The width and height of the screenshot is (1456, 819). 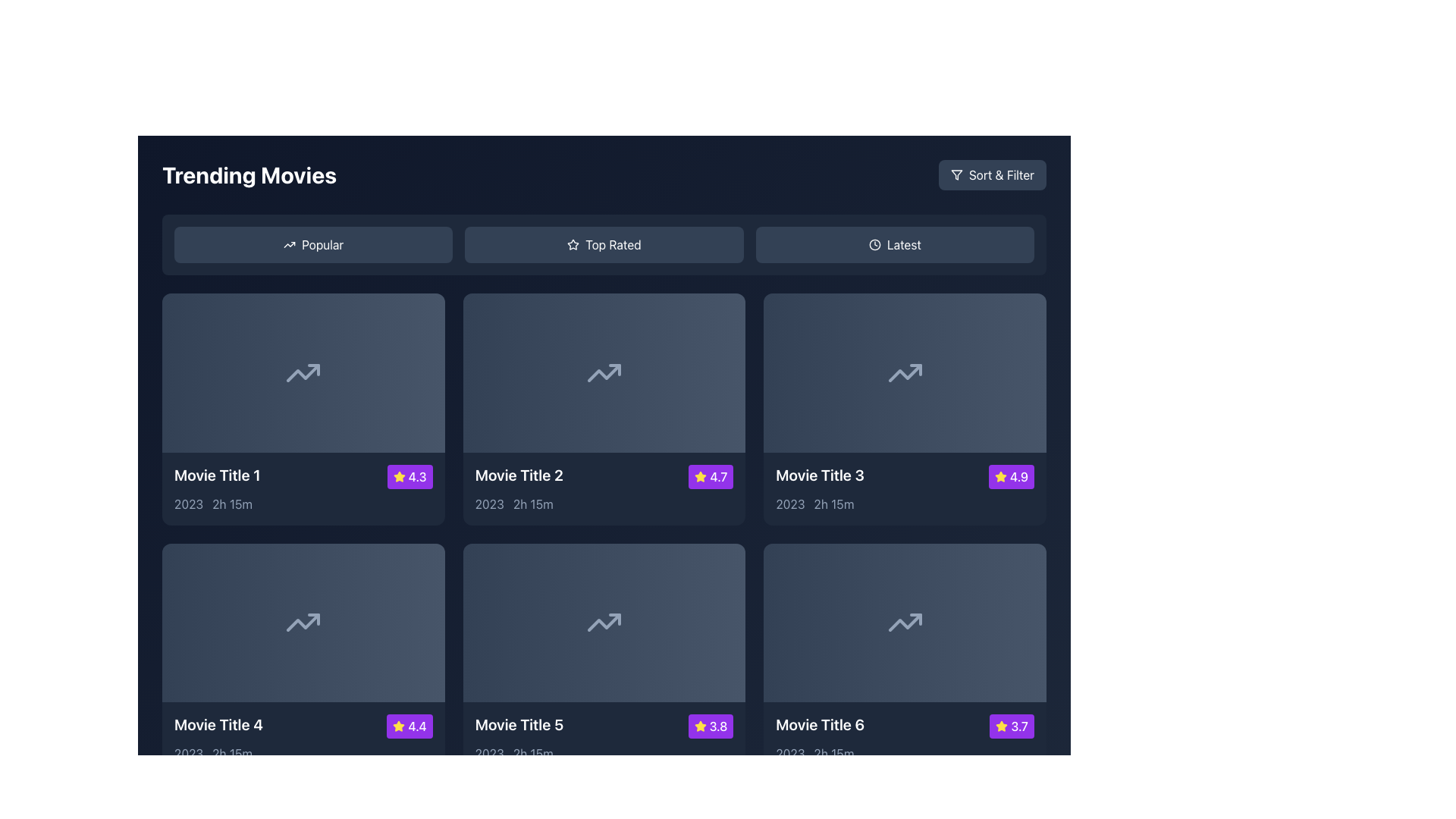 I want to click on the text element displaying '2h 15m' in the movie information block for 'Movie Title 6', located in the bottom-right corner of the grid layout, so click(x=833, y=754).